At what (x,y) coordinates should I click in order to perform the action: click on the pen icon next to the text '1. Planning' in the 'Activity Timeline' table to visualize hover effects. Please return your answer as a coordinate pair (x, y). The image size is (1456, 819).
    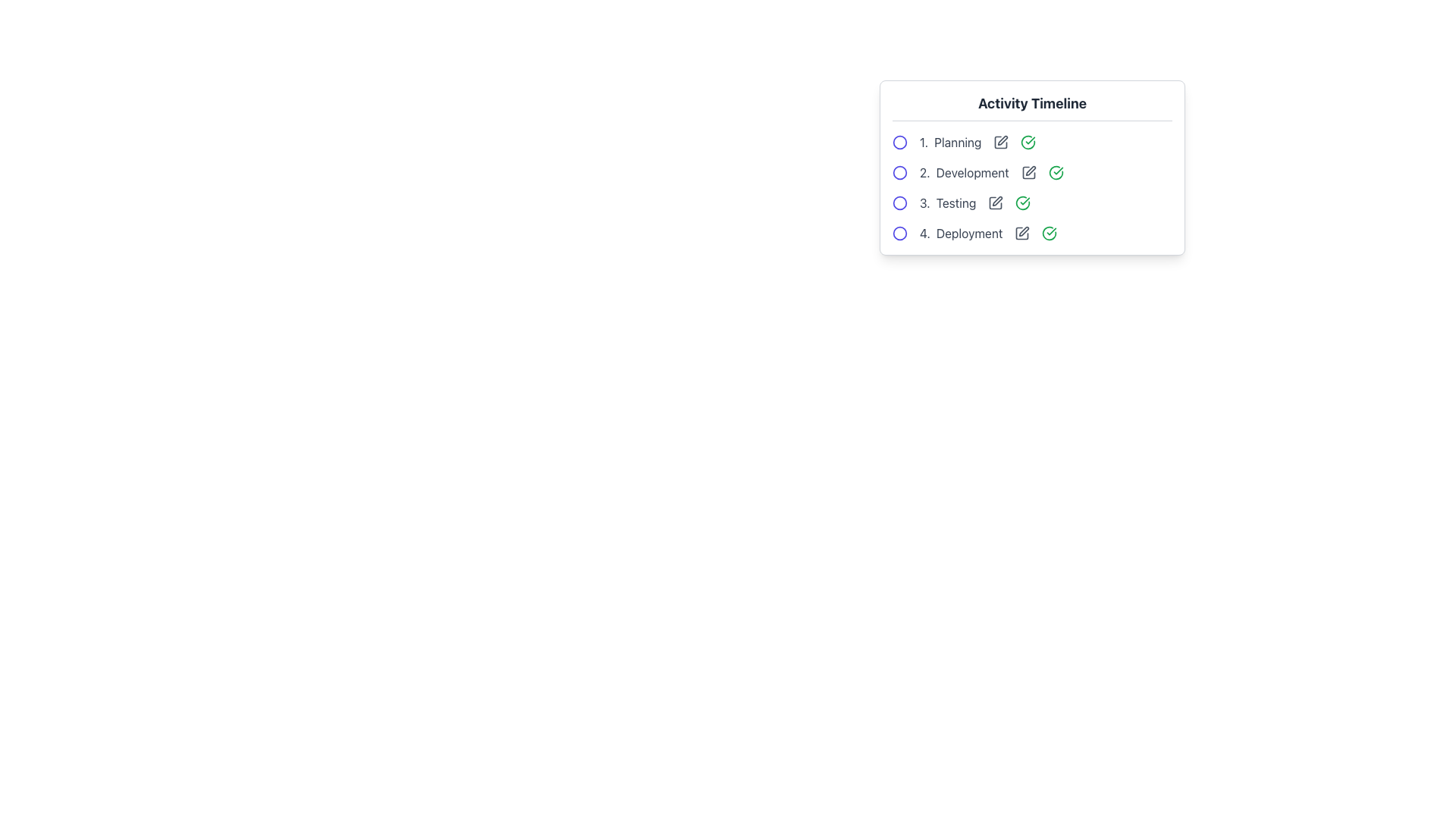
    Looking at the image, I should click on (1001, 143).